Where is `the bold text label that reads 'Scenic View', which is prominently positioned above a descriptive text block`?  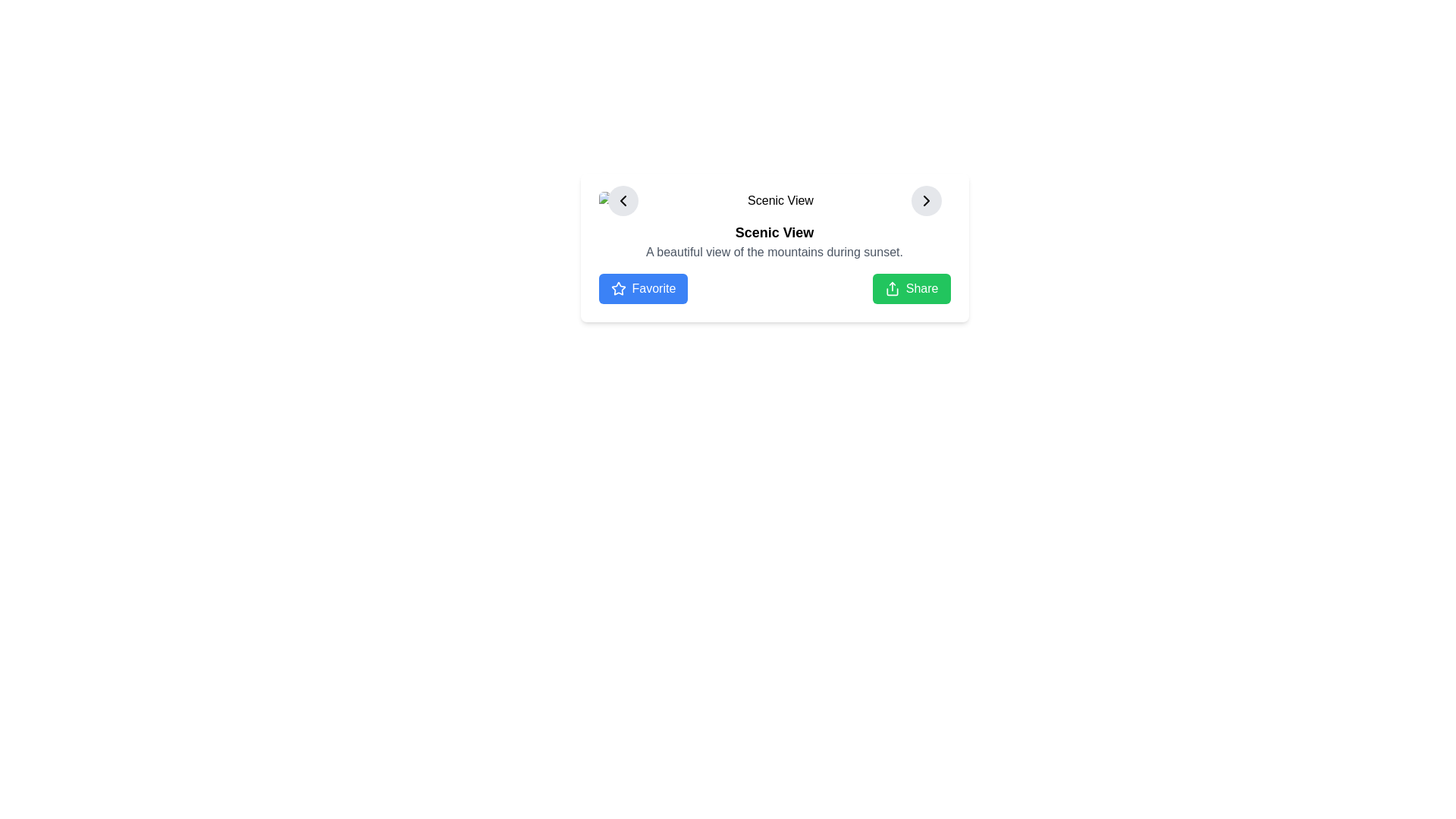
the bold text label that reads 'Scenic View', which is prominently positioned above a descriptive text block is located at coordinates (774, 233).